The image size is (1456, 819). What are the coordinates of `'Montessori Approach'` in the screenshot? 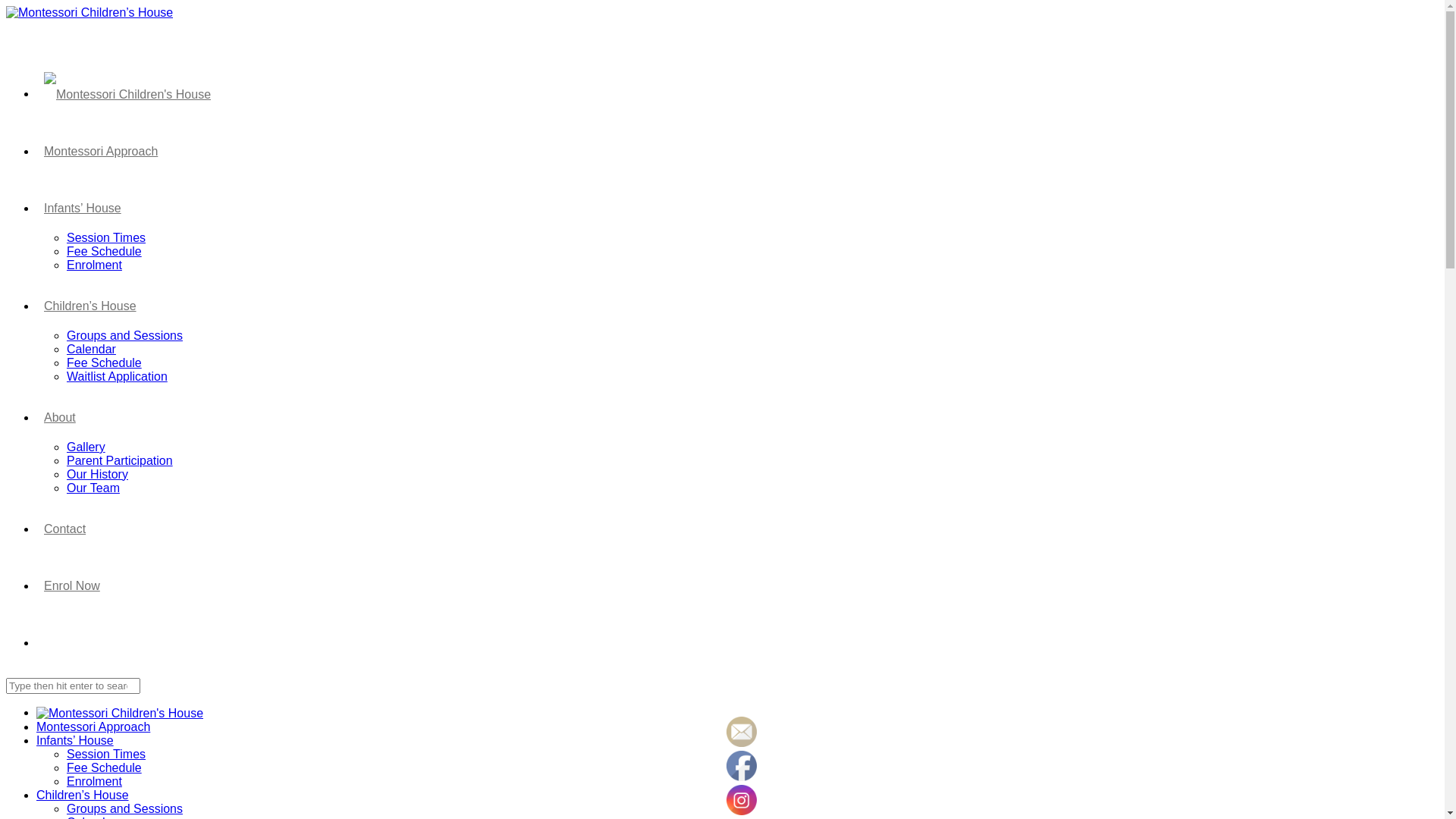 It's located at (93, 726).